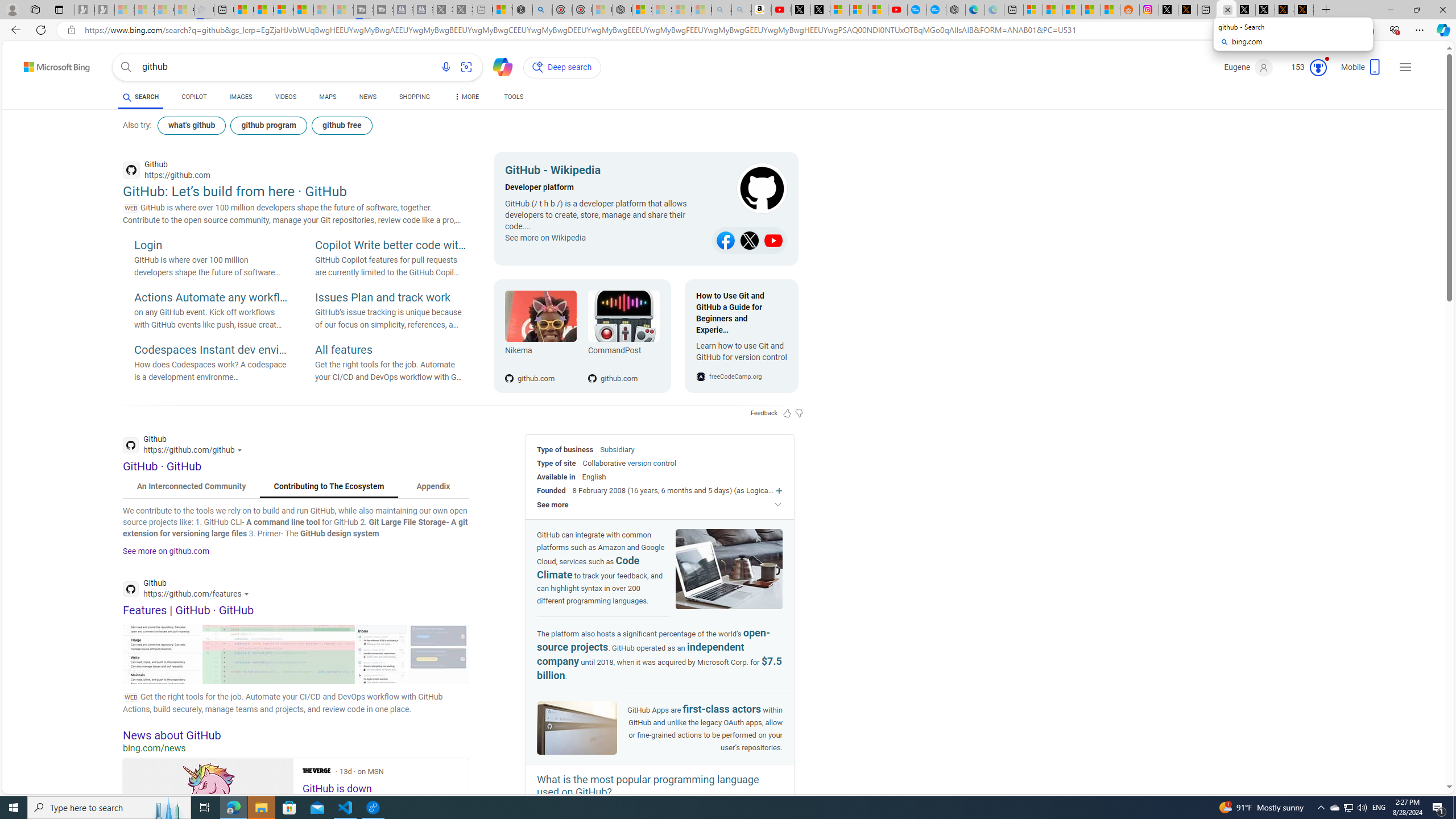  Describe the element at coordinates (130, 589) in the screenshot. I see `'Global web icon'` at that location.